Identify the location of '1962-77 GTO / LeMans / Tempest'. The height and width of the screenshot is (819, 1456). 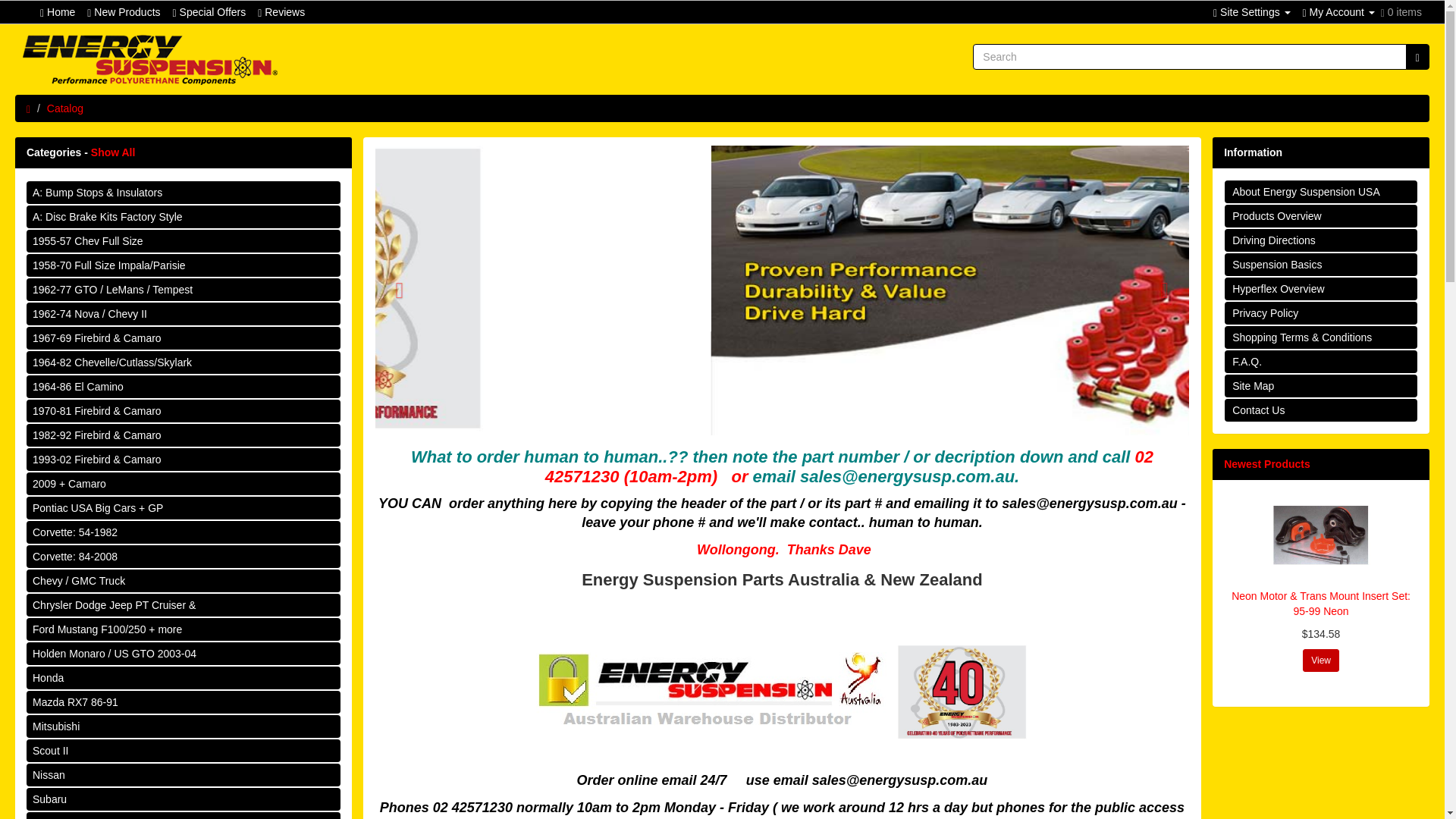
(182, 289).